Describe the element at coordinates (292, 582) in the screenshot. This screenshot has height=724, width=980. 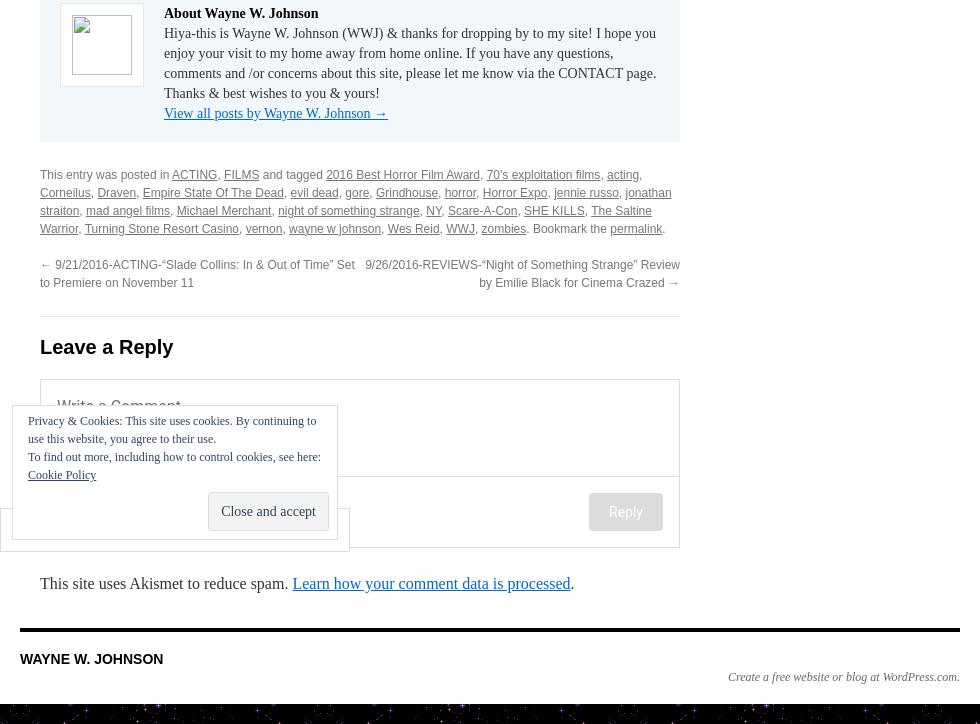
I see `'Learn how your comment data is processed'` at that location.